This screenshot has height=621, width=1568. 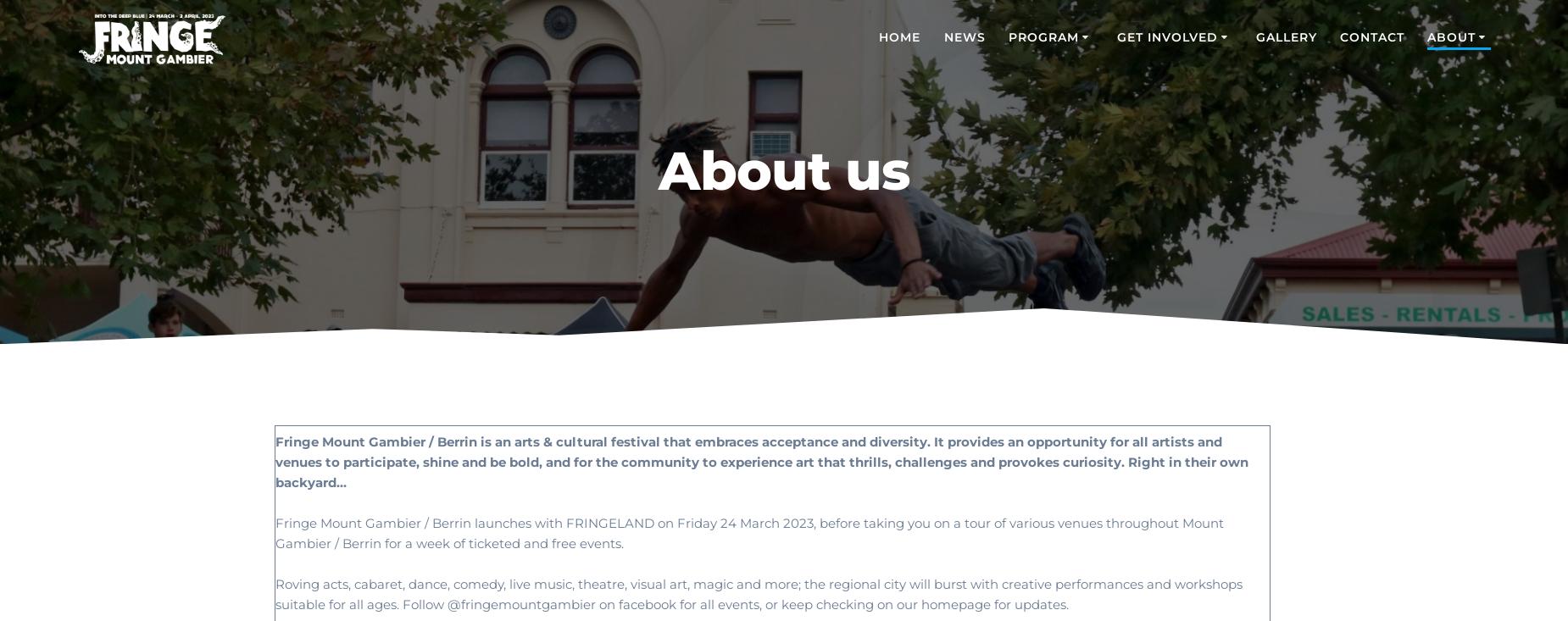 I want to click on 'HOME', so click(x=898, y=36).